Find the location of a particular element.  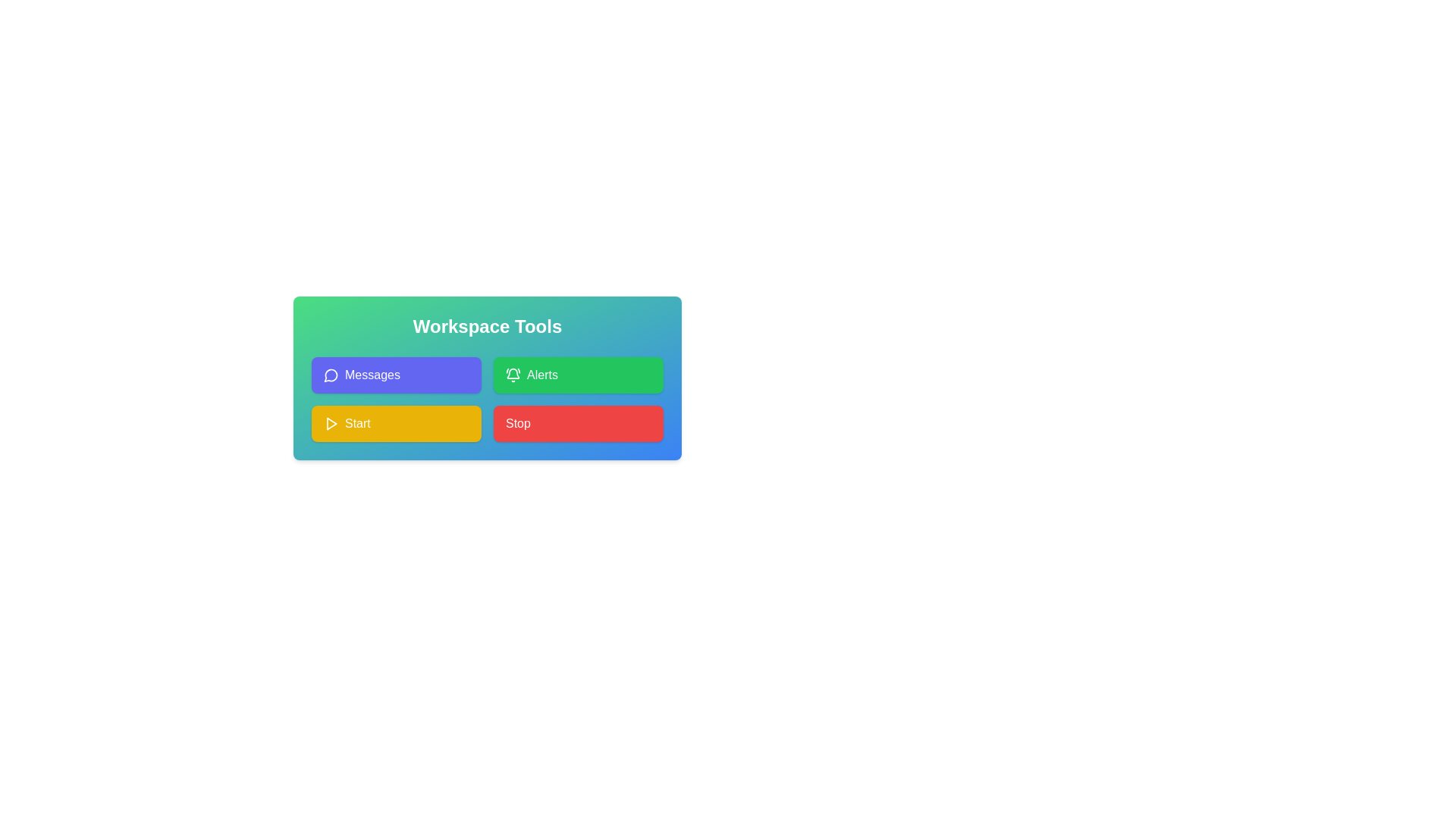

the center of the bell icon component, which is part of the green 'Alerts' button located in the top-right corner of the interface is located at coordinates (513, 373).